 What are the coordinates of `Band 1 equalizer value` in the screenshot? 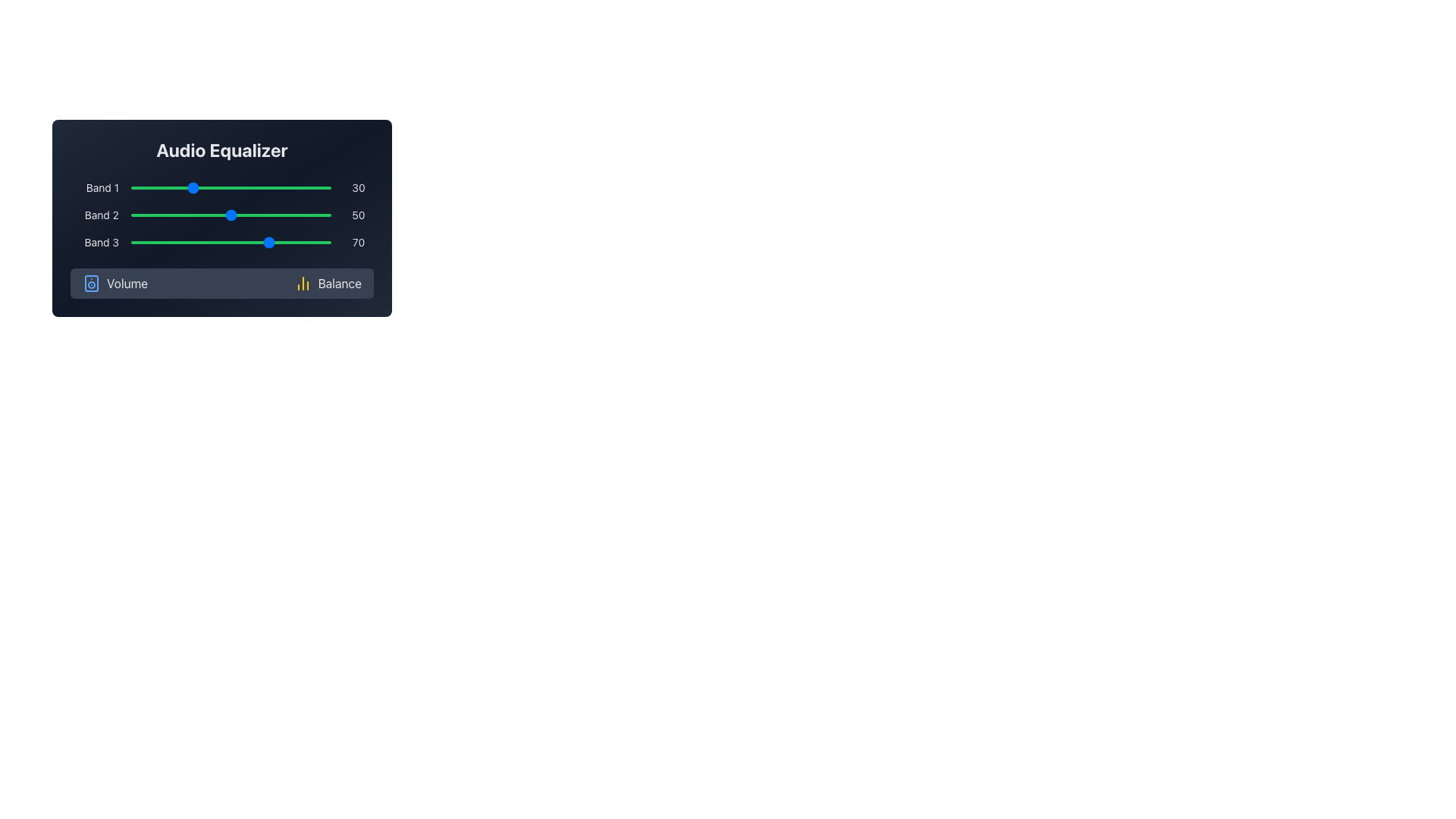 It's located at (159, 187).